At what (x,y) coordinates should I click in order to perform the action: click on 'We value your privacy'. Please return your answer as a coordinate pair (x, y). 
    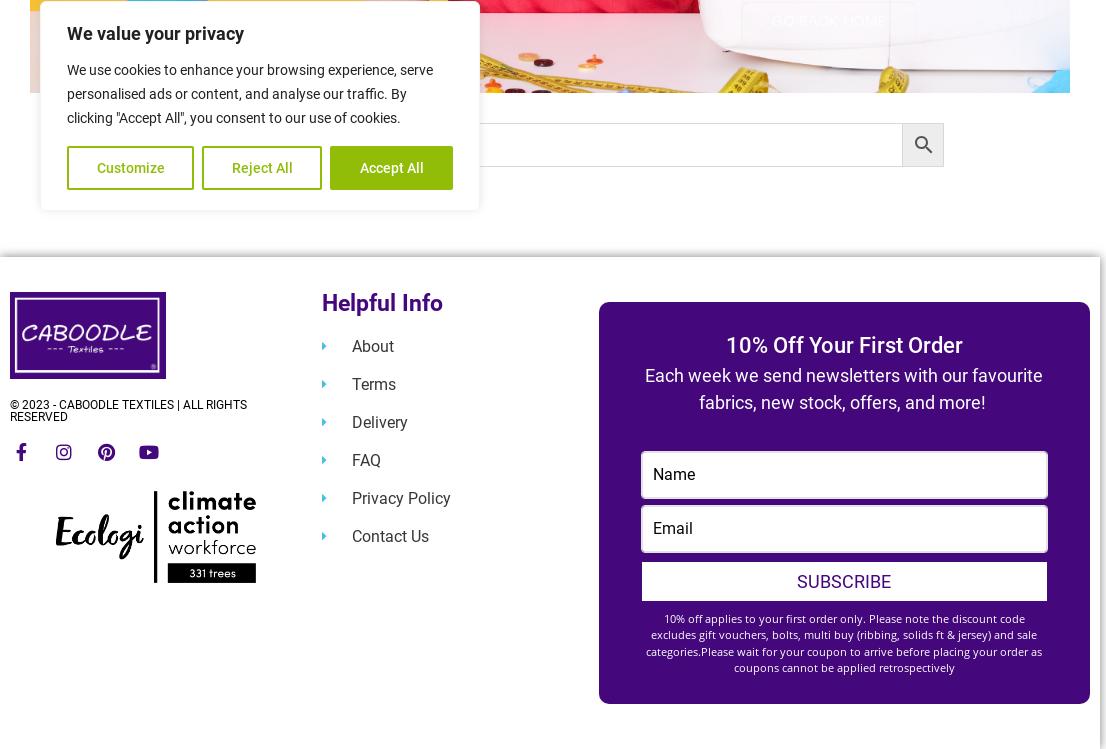
    Looking at the image, I should click on (154, 33).